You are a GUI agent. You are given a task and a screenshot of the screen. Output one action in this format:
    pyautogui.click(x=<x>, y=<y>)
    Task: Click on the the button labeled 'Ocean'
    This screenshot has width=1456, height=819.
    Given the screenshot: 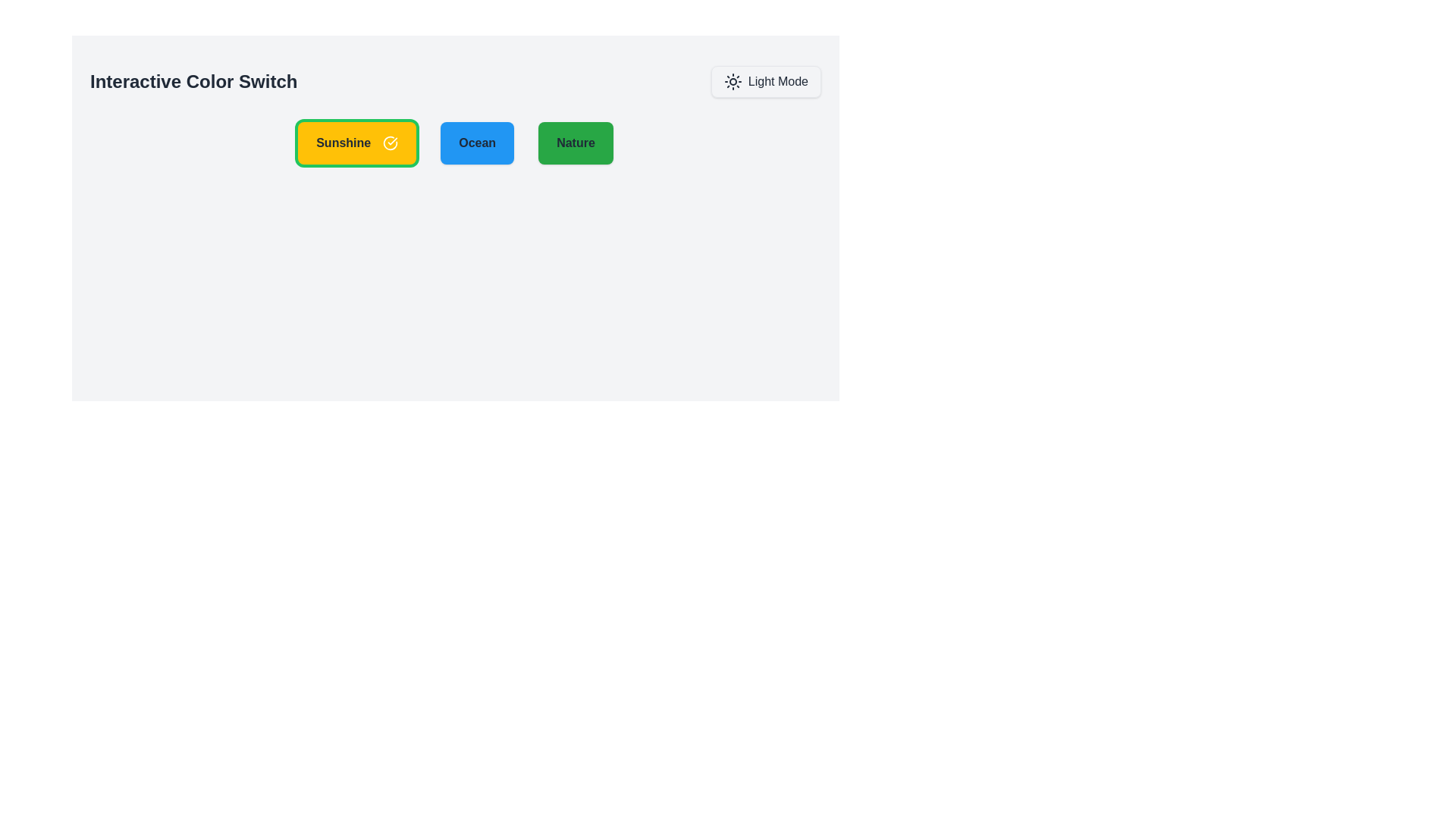 What is the action you would take?
    pyautogui.click(x=476, y=143)
    